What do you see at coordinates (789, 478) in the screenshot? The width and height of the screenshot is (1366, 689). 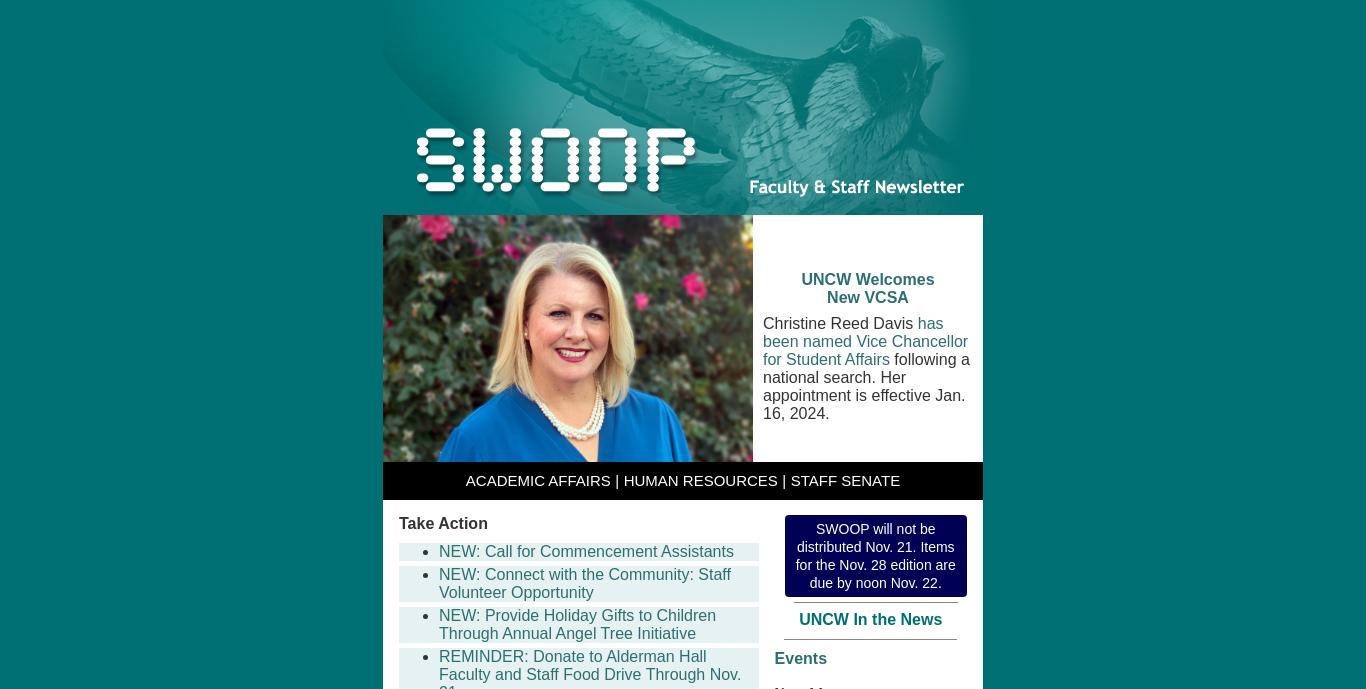 I see `'STAFF SENATE'` at bounding box center [789, 478].